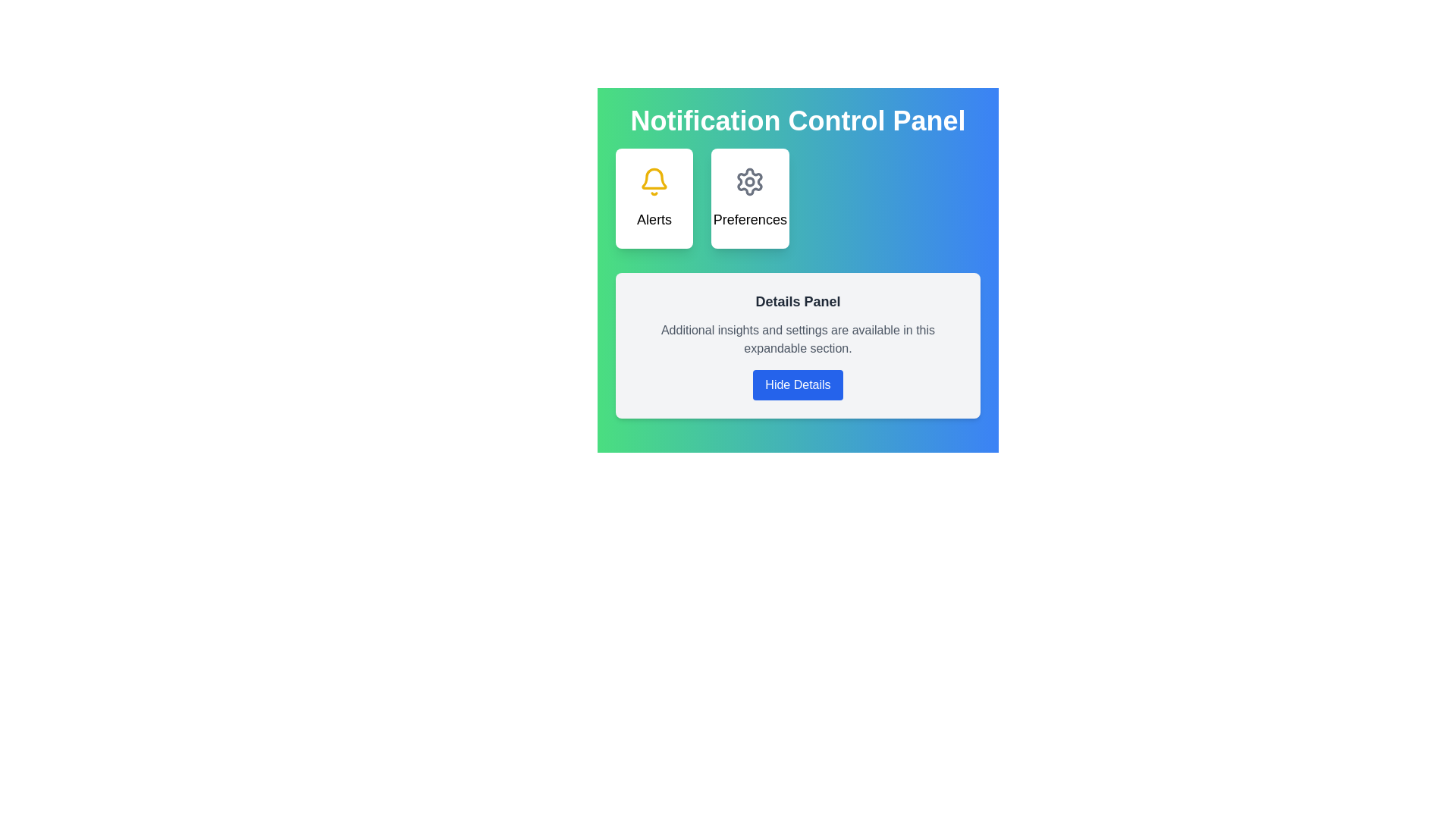  I want to click on descriptive text within the composite component located below the 'Alerts' and 'Preferences' cards, which contains a 'Hide Details' button to collapse the panel, so click(797, 345).